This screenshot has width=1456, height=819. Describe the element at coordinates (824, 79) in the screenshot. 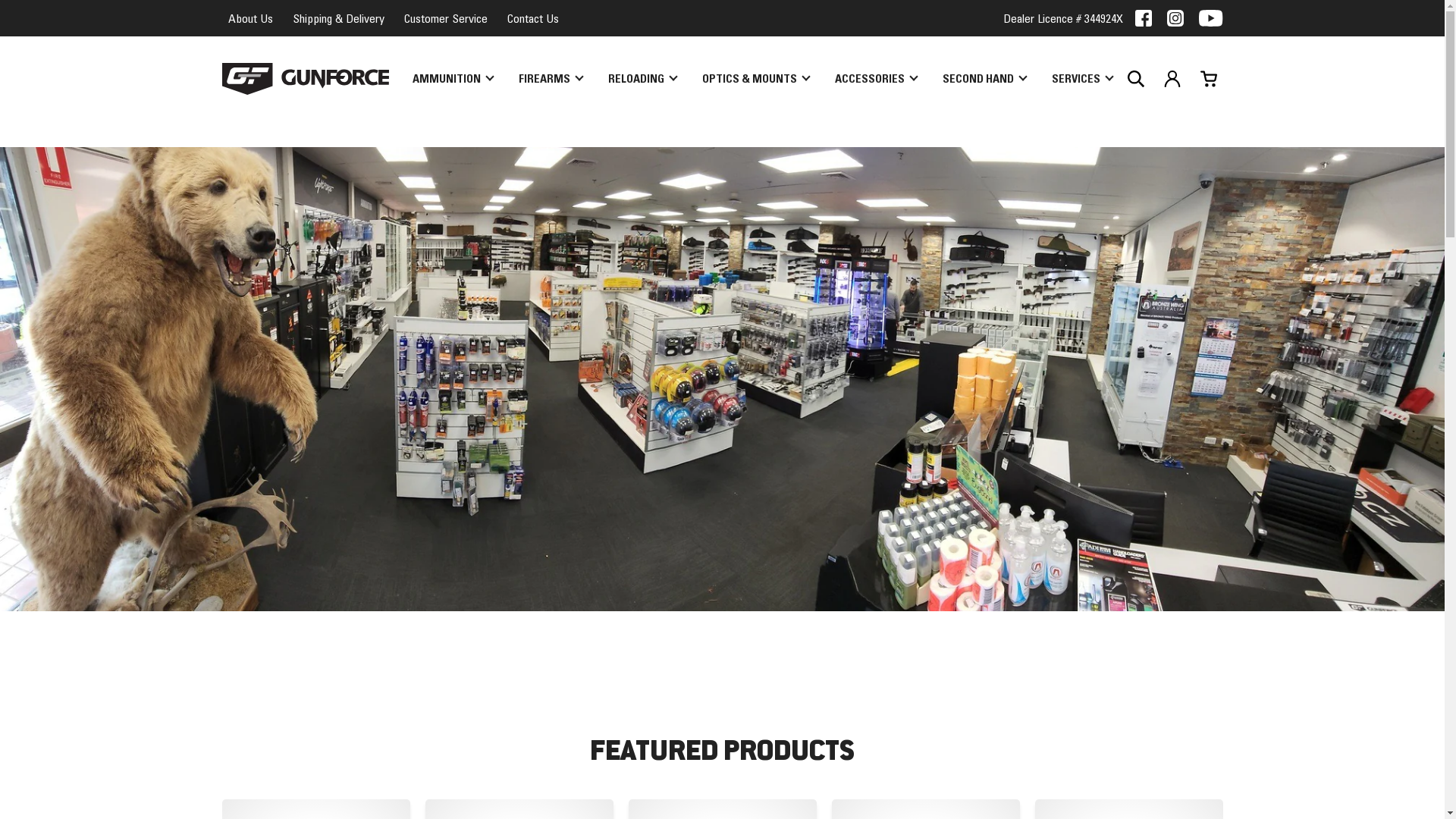

I see `'ACCESSORIES'` at that location.